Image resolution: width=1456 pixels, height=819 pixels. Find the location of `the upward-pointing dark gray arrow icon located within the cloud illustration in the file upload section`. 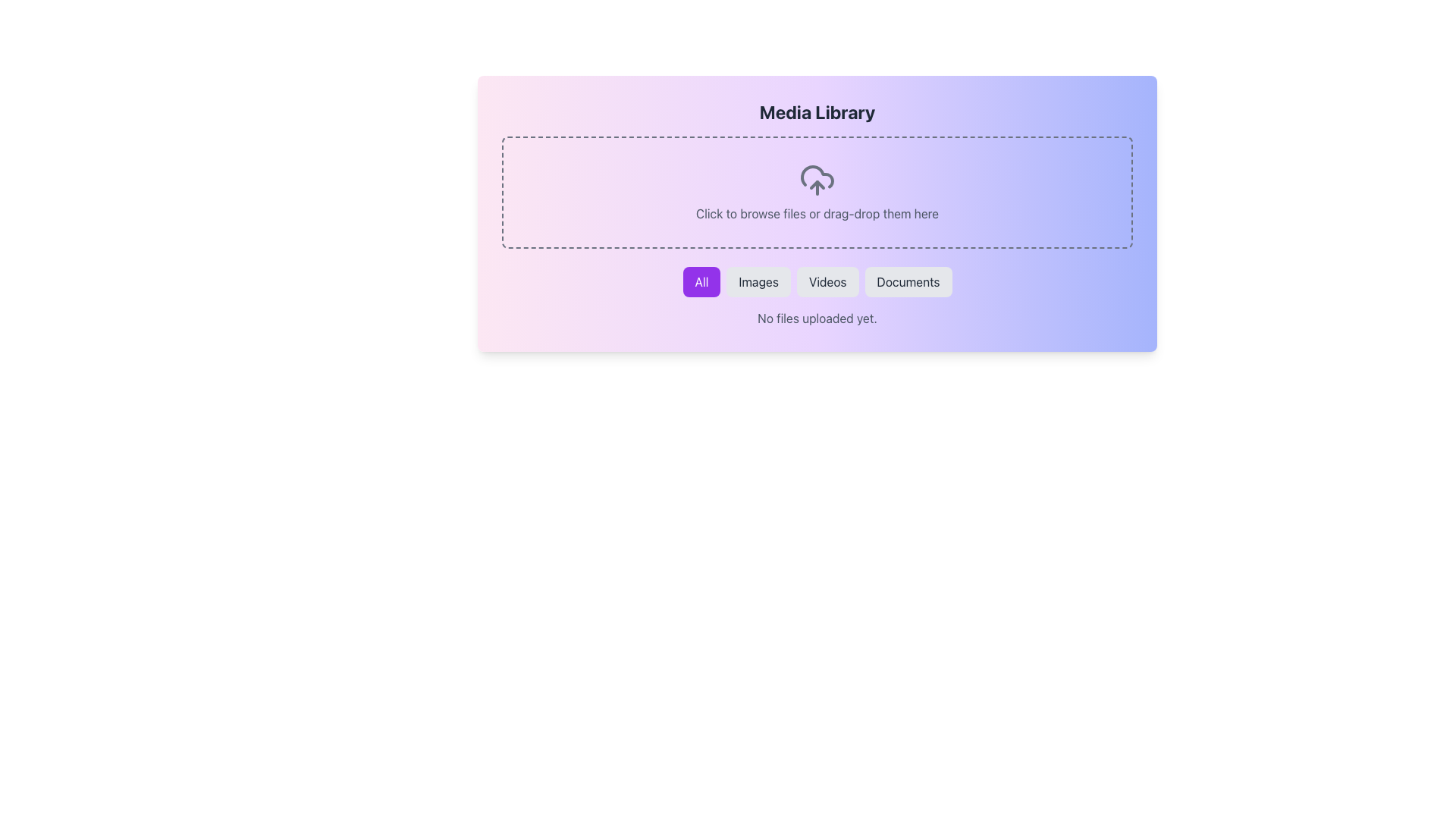

the upward-pointing dark gray arrow icon located within the cloud illustration in the file upload section is located at coordinates (817, 184).